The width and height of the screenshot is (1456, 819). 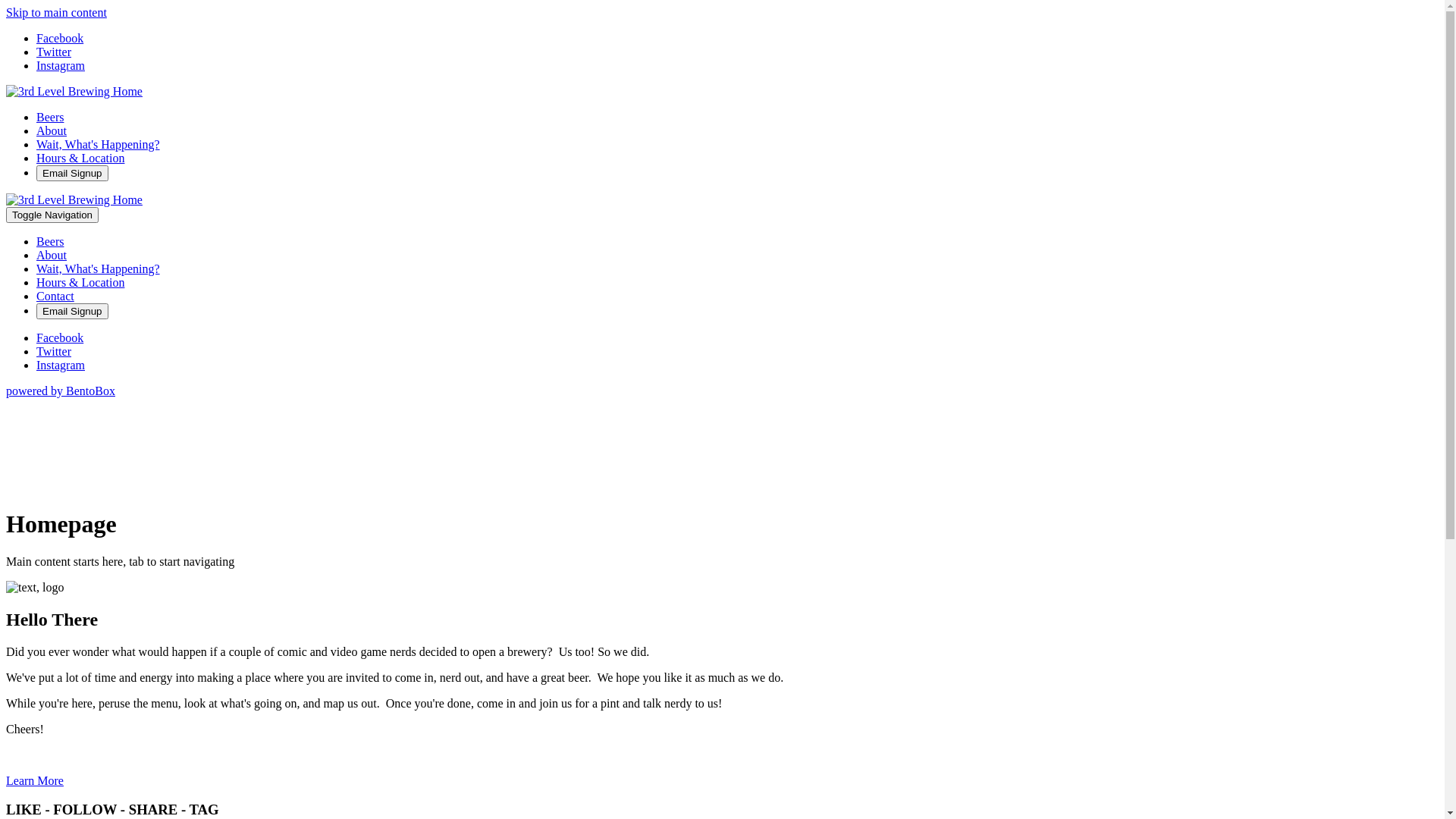 What do you see at coordinates (36, 37) in the screenshot?
I see `'Facebook'` at bounding box center [36, 37].